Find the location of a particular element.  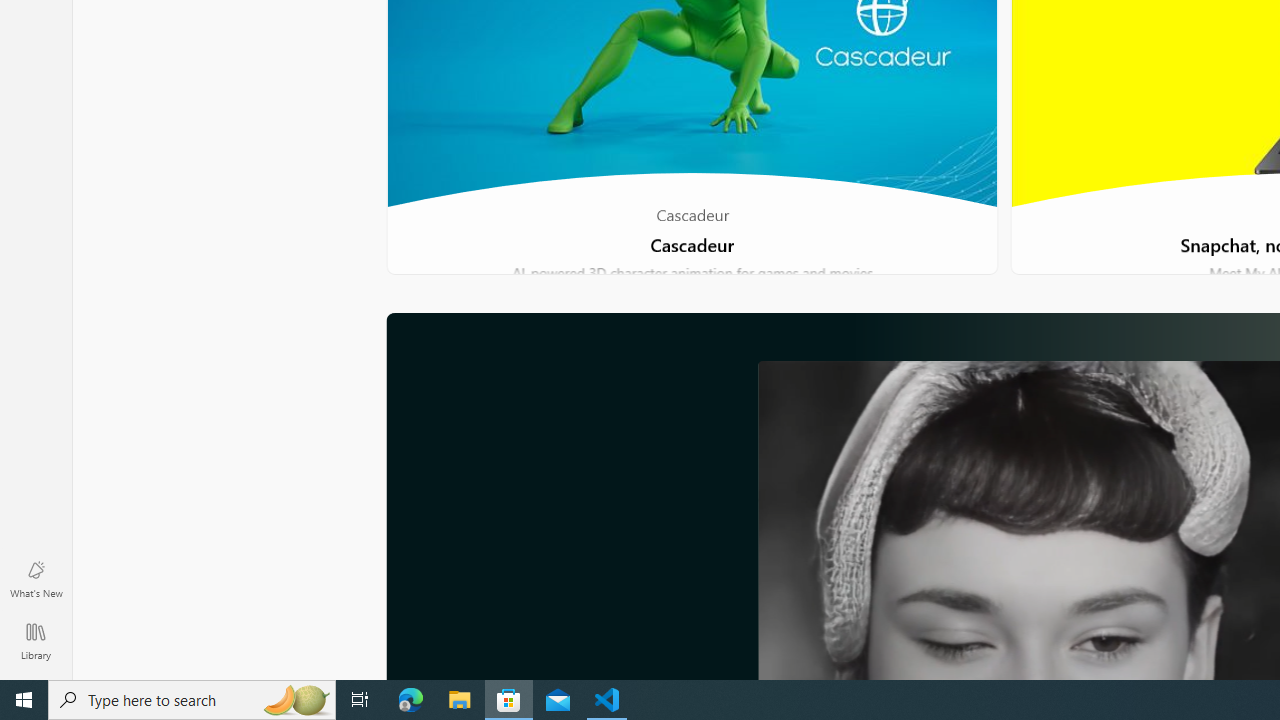

'Library' is located at coordinates (35, 640).